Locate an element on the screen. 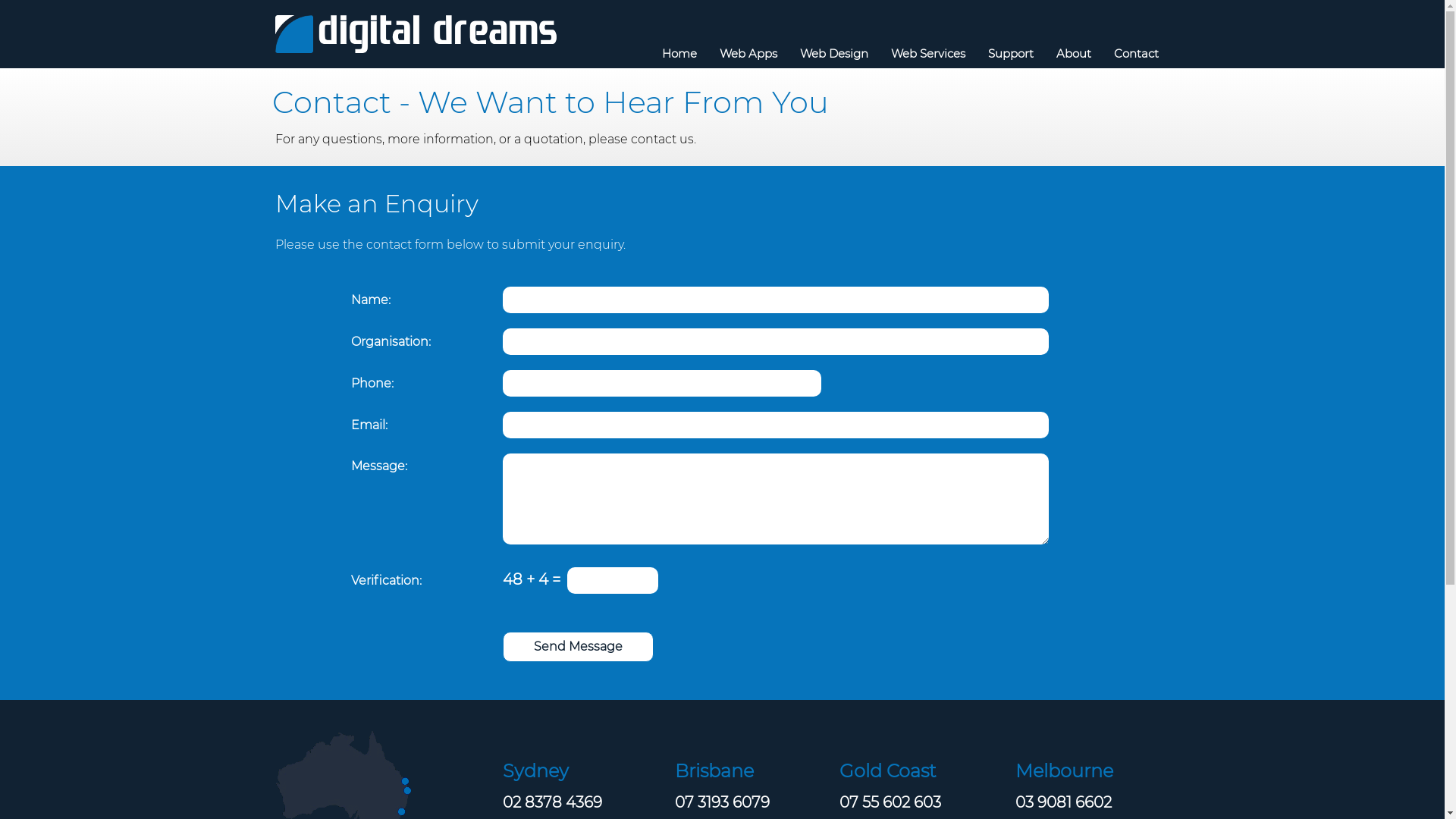  'Web Apps' is located at coordinates (748, 52).